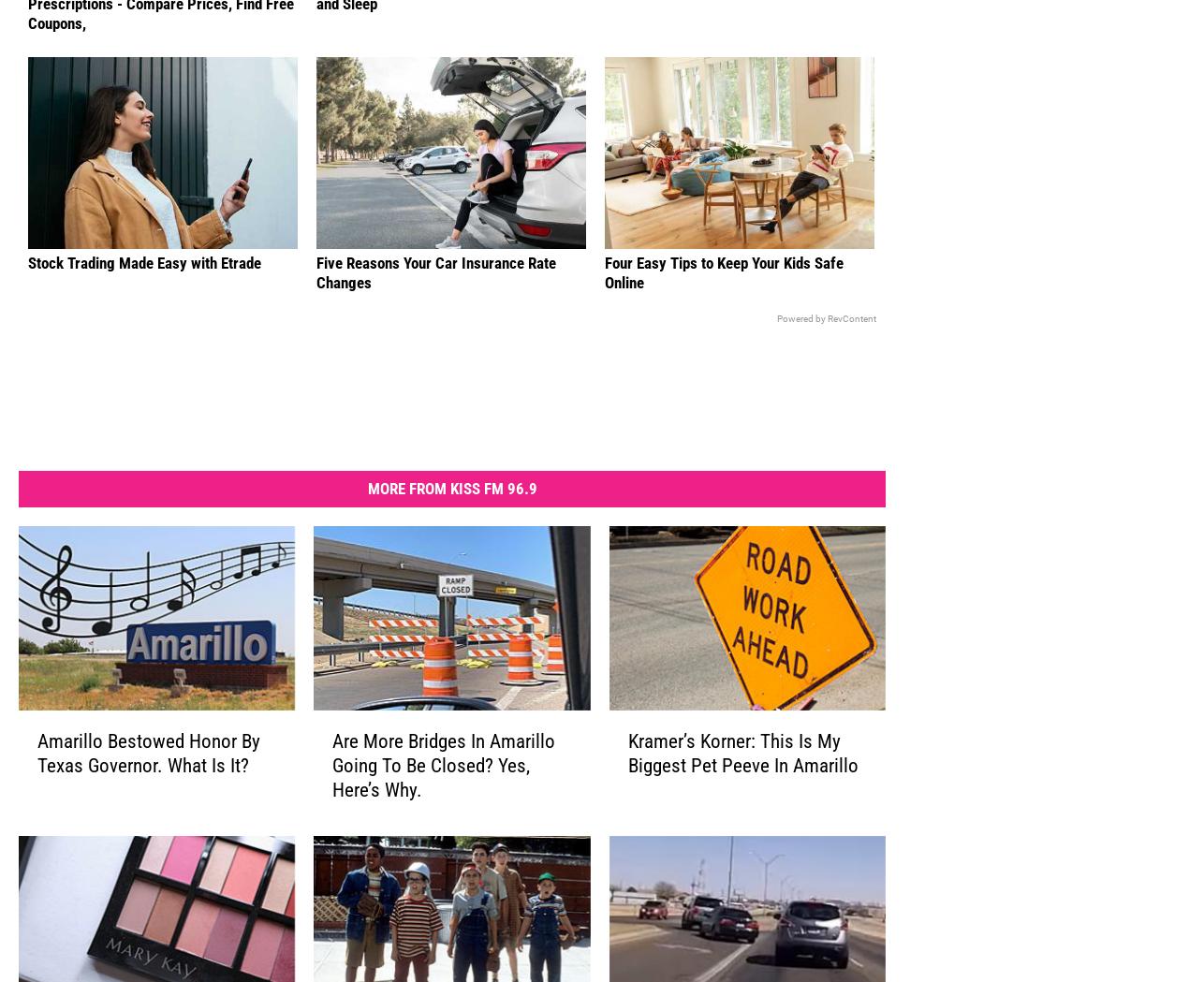  I want to click on 'Are More Bridges In Amarillo Going To Be Closed? Yes, Here’s Why.', so click(443, 794).